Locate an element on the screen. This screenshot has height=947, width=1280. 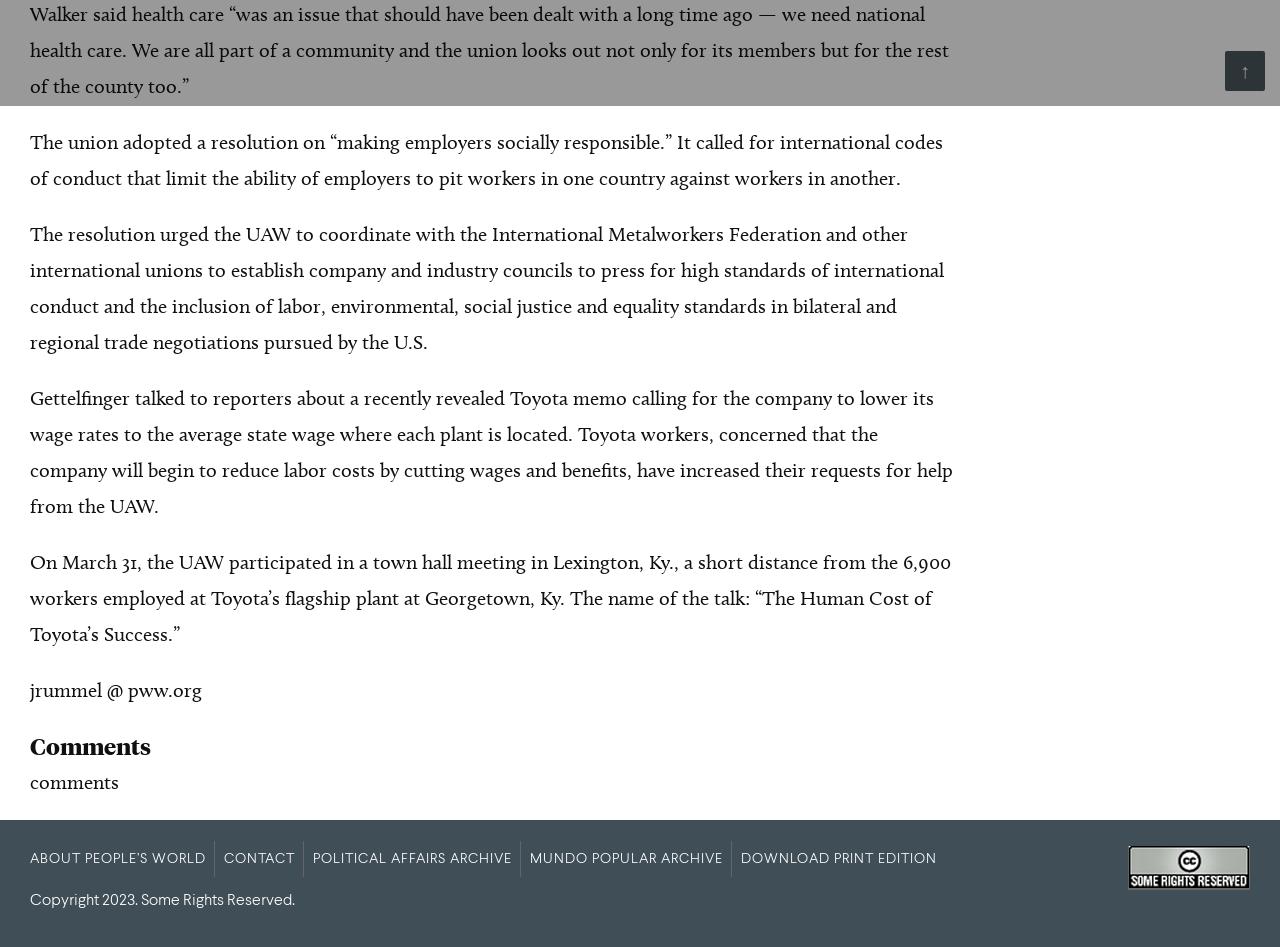
'Gettelfinger talked to reporters about a recently revealed Toyota memo calling for the company to lower its wage rates to the average state wage where each plant is located. Toyota workers, concerned that the company will begin to reduce labor costs by cutting wages and benefits, have increased their requests for help from the UAW.' is located at coordinates (491, 452).